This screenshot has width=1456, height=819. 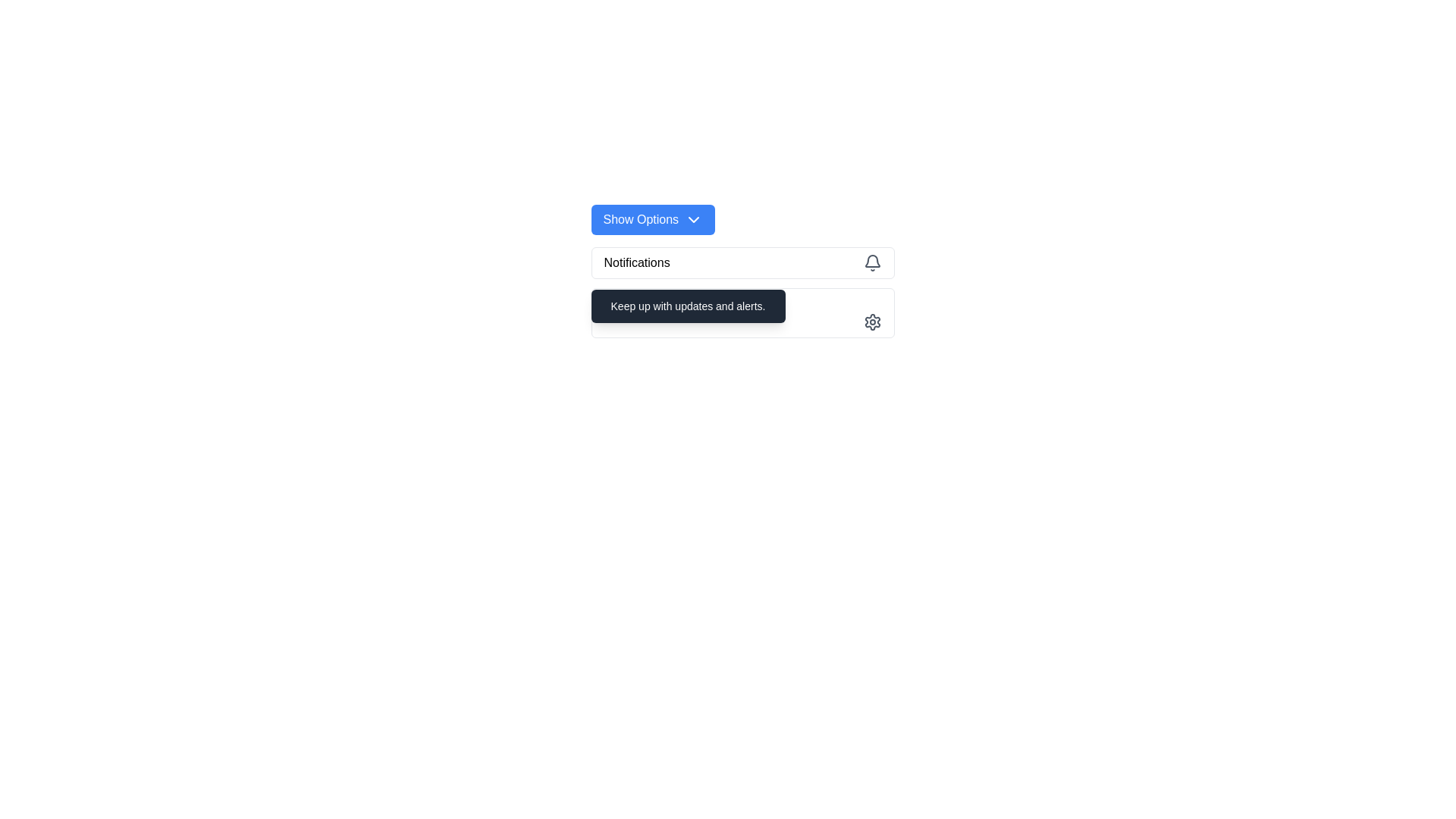 What do you see at coordinates (687, 306) in the screenshot?
I see `the static text label that conveys information about updates and alerts, centrally aligned in a dark gray popup below the 'Notifications' section` at bounding box center [687, 306].